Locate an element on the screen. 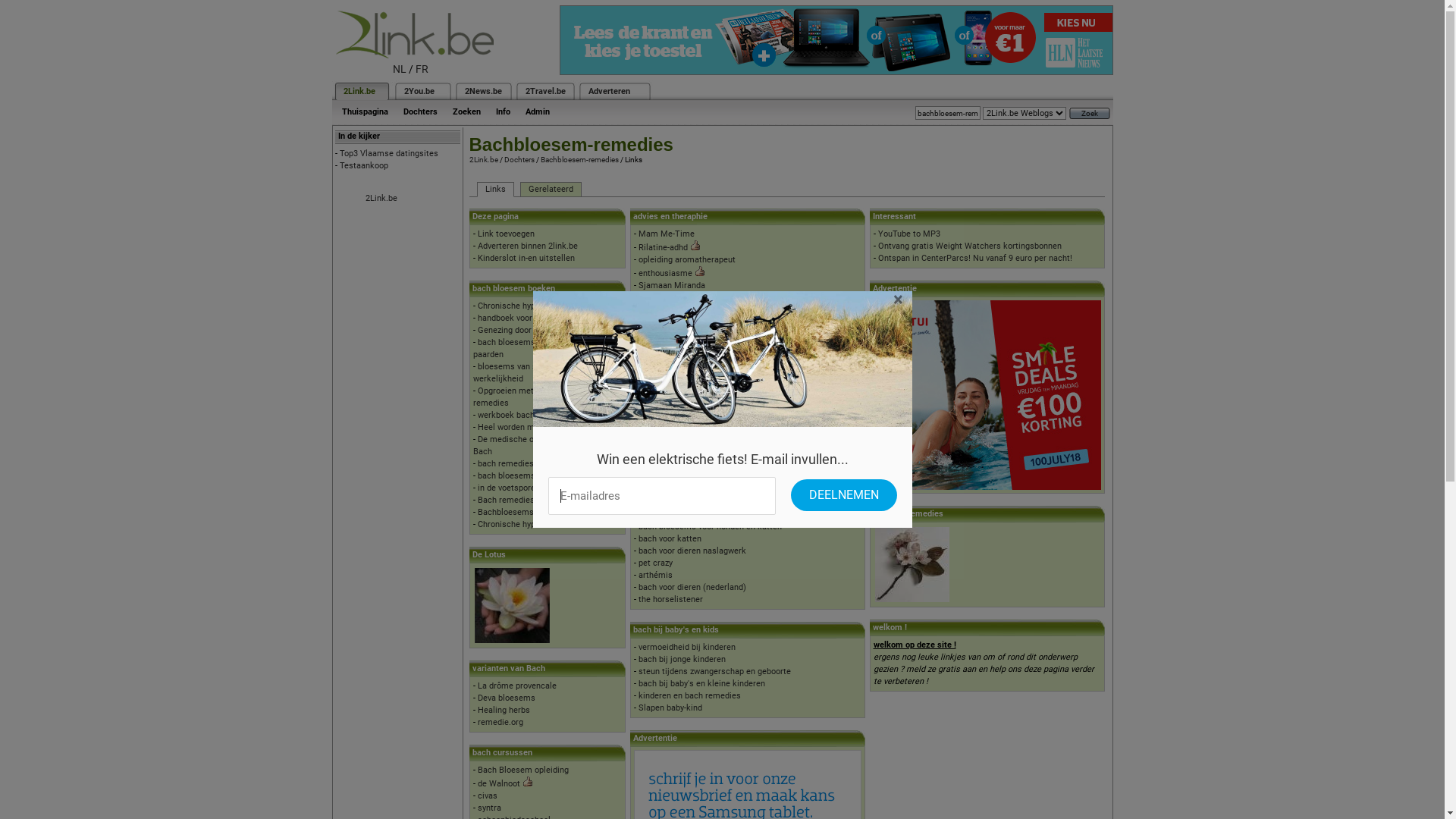 The height and width of the screenshot is (819, 1456). 'Bach Bloesem opleiding' is located at coordinates (523, 770).